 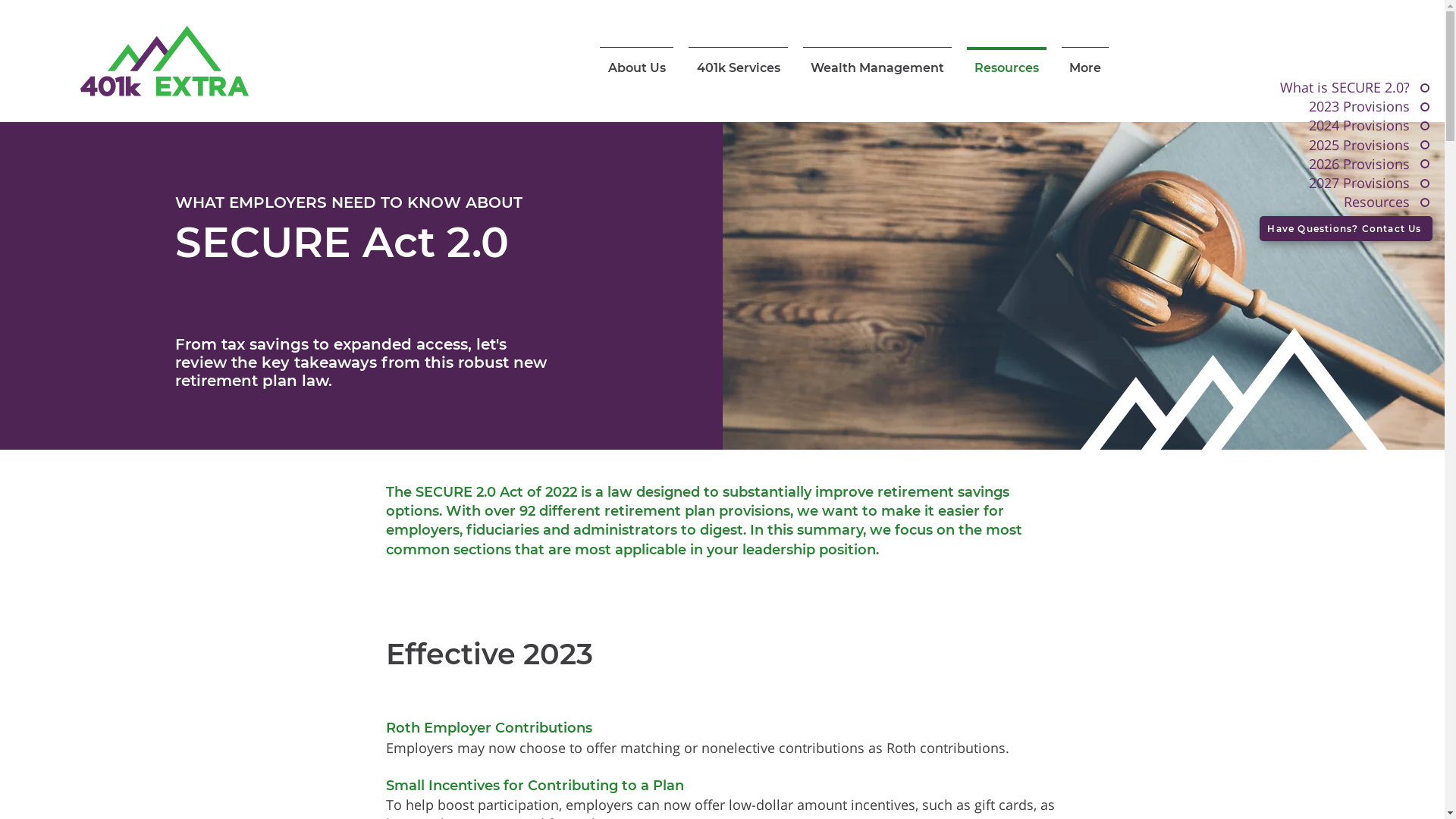 What do you see at coordinates (636, 60) in the screenshot?
I see `'About Us'` at bounding box center [636, 60].